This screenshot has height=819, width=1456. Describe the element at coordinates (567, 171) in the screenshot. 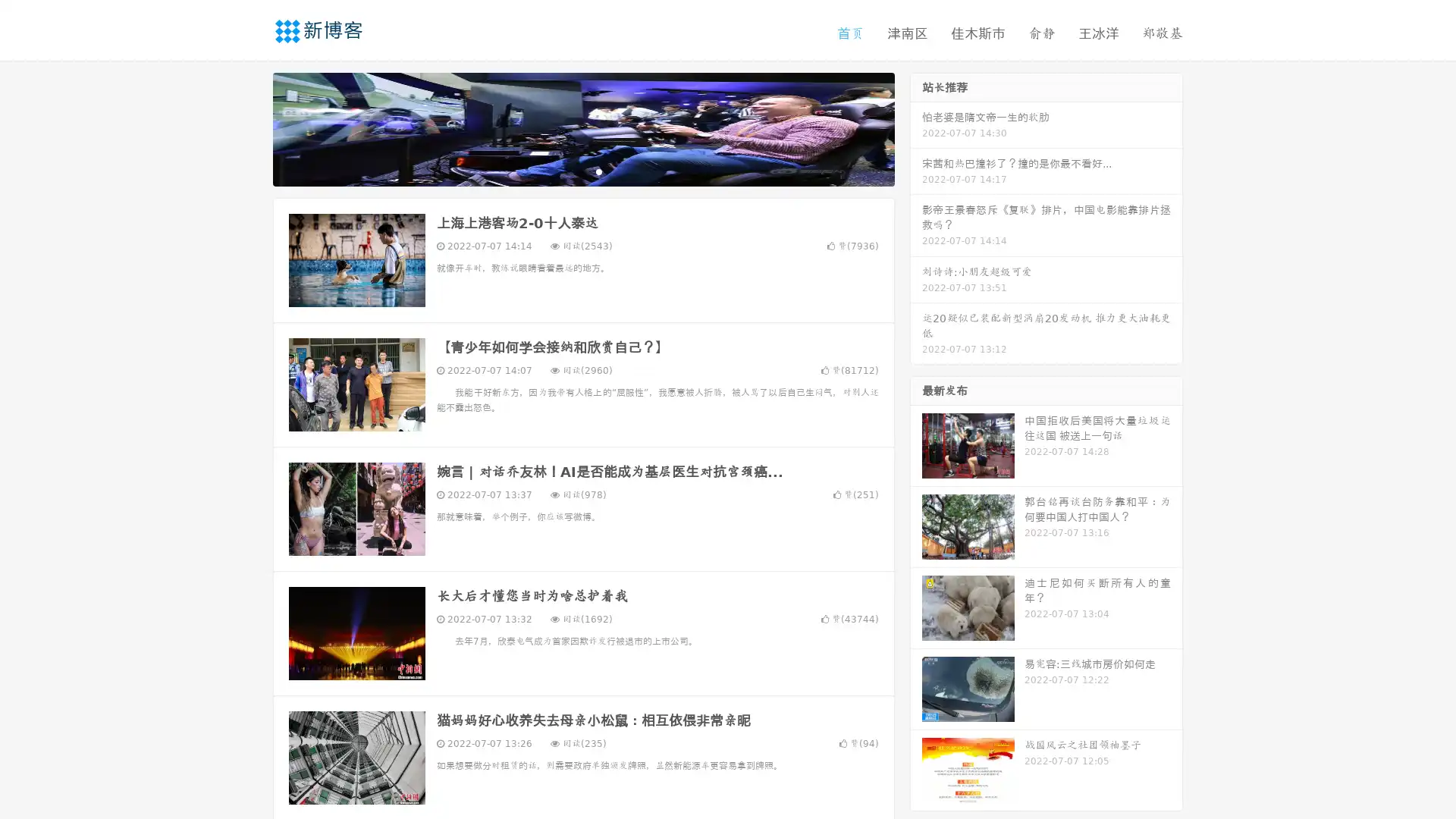

I see `Go to slide 1` at that location.